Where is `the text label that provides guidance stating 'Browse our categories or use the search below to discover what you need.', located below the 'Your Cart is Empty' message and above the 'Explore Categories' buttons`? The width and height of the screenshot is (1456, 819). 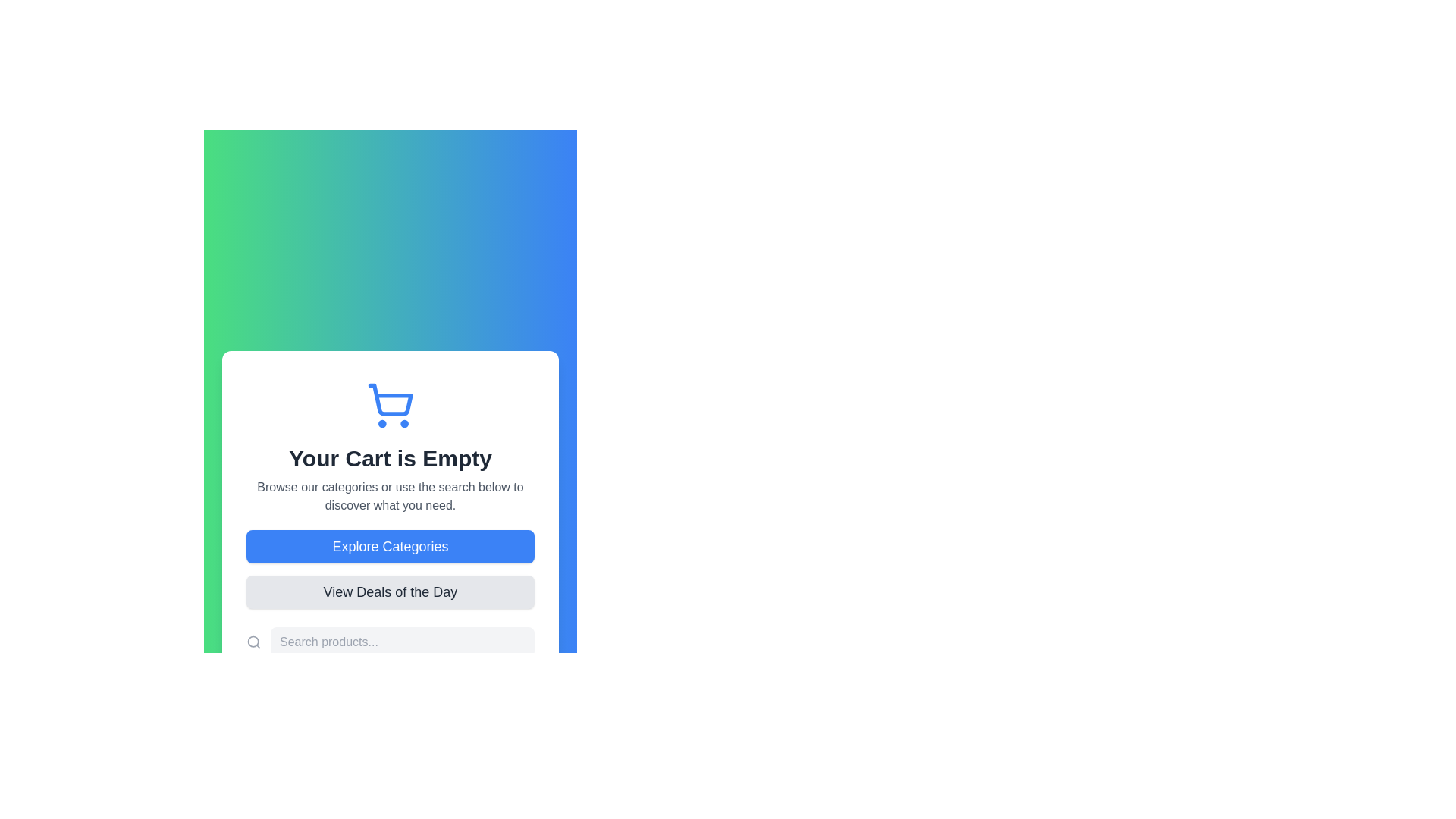
the text label that provides guidance stating 'Browse our categories or use the search below to discover what you need.', located below the 'Your Cart is Empty' message and above the 'Explore Categories' buttons is located at coordinates (390, 497).